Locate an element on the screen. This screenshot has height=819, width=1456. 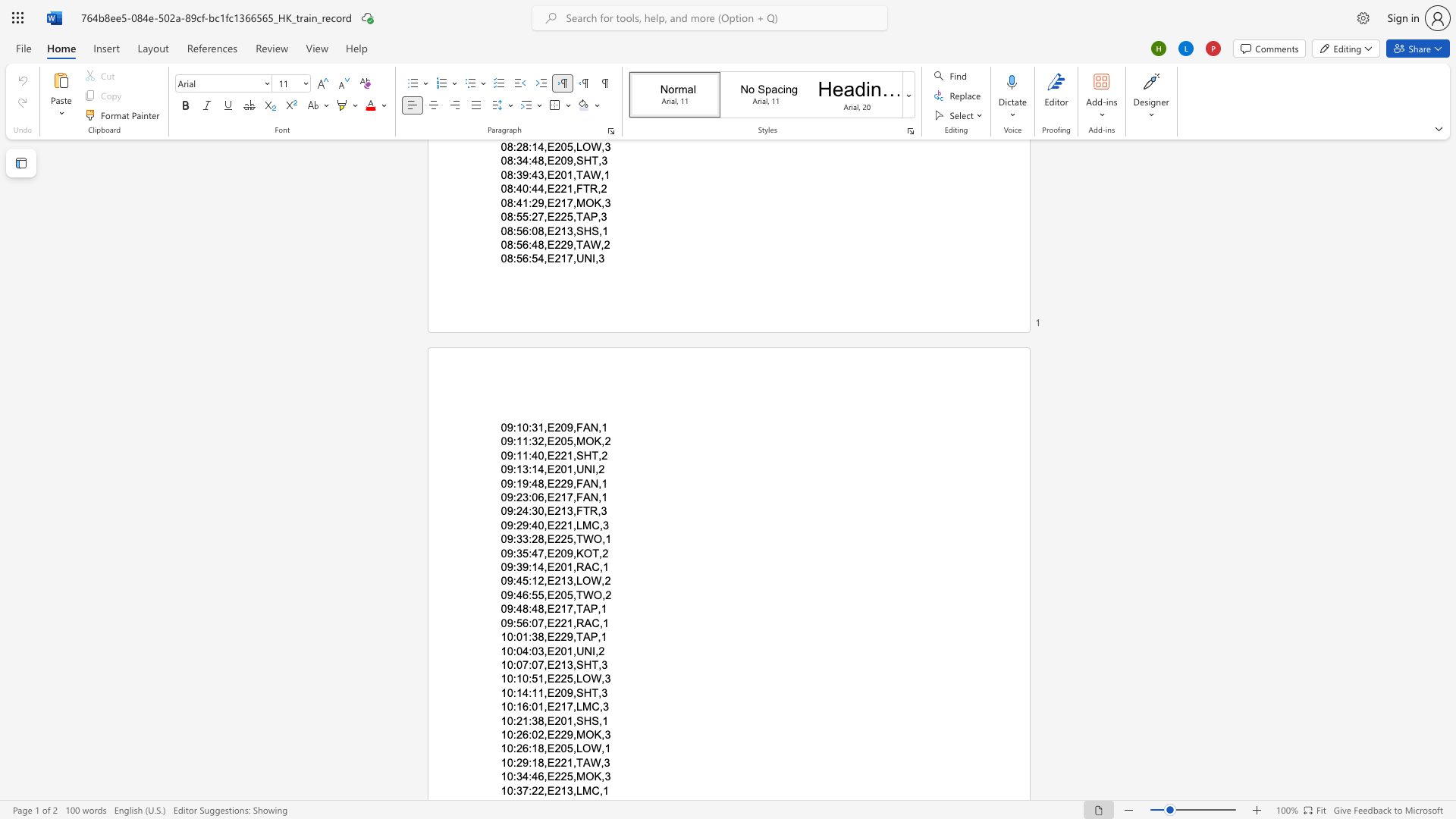
the subset text "25" within the text "09:33:28,E225,TWO,1" is located at coordinates (560, 538).